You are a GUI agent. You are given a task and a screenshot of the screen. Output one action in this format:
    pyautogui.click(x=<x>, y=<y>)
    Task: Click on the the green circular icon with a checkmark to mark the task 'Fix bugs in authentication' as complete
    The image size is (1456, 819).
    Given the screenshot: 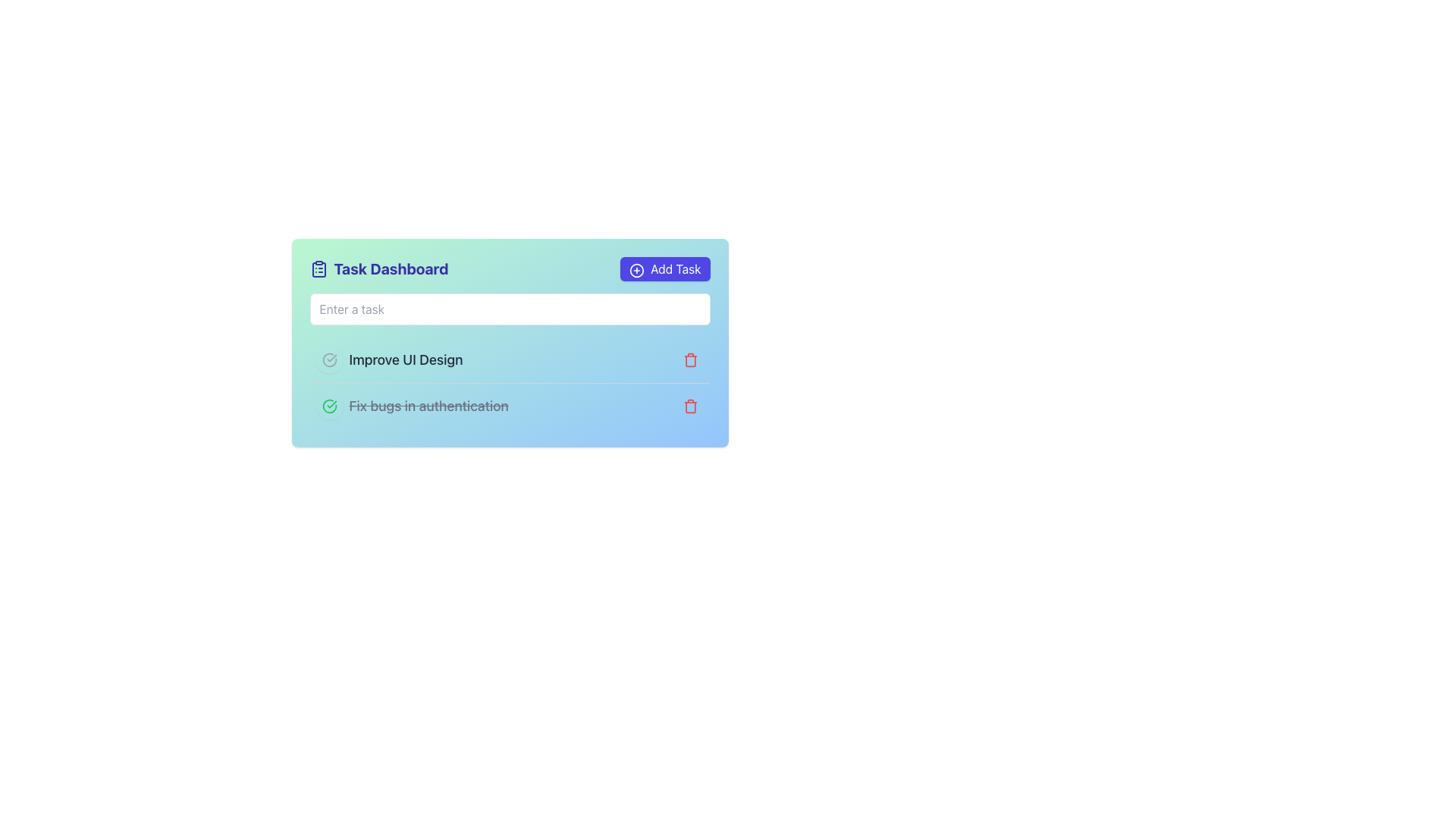 What is the action you would take?
    pyautogui.click(x=328, y=406)
    